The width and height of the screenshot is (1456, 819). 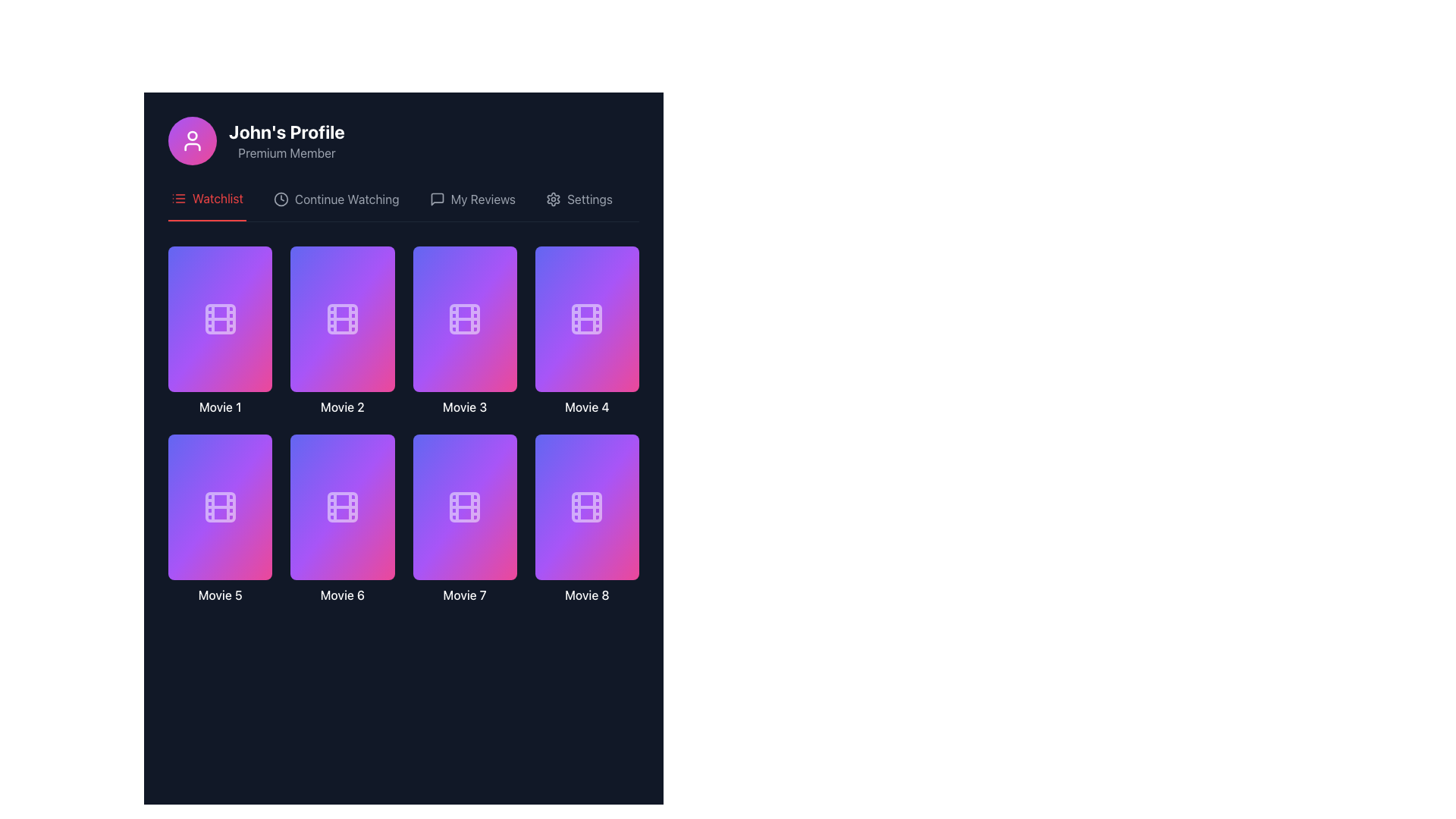 I want to click on the 'Movie 3' card, which is a rectangular card with a gradient background and a white film reel icon at its center, so click(x=464, y=318).